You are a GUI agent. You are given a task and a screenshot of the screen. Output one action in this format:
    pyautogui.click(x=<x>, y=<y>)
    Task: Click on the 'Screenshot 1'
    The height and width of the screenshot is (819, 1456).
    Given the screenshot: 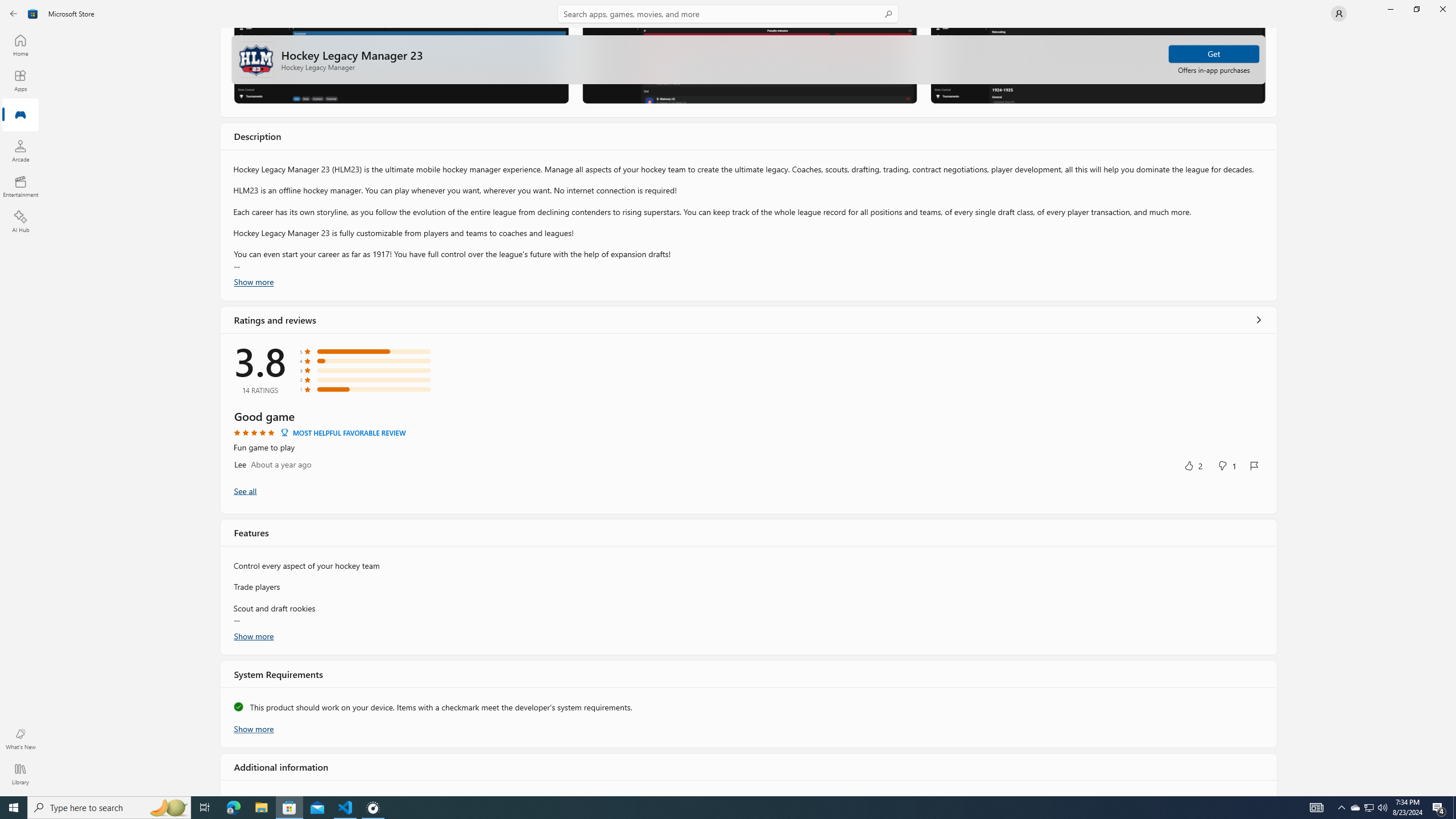 What is the action you would take?
    pyautogui.click(x=401, y=65)
    